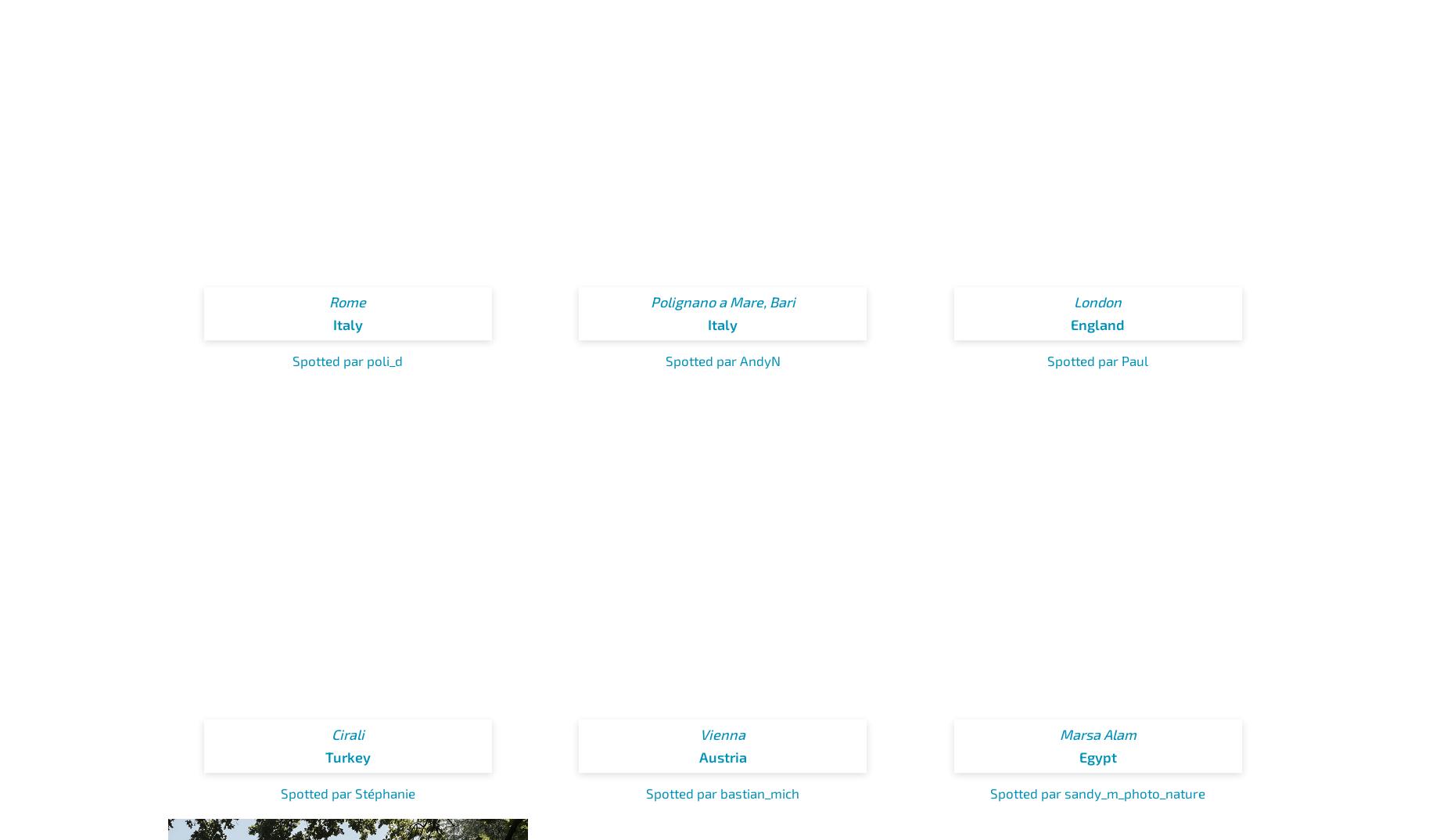  Describe the element at coordinates (1097, 734) in the screenshot. I see `'Marsa Alam'` at that location.